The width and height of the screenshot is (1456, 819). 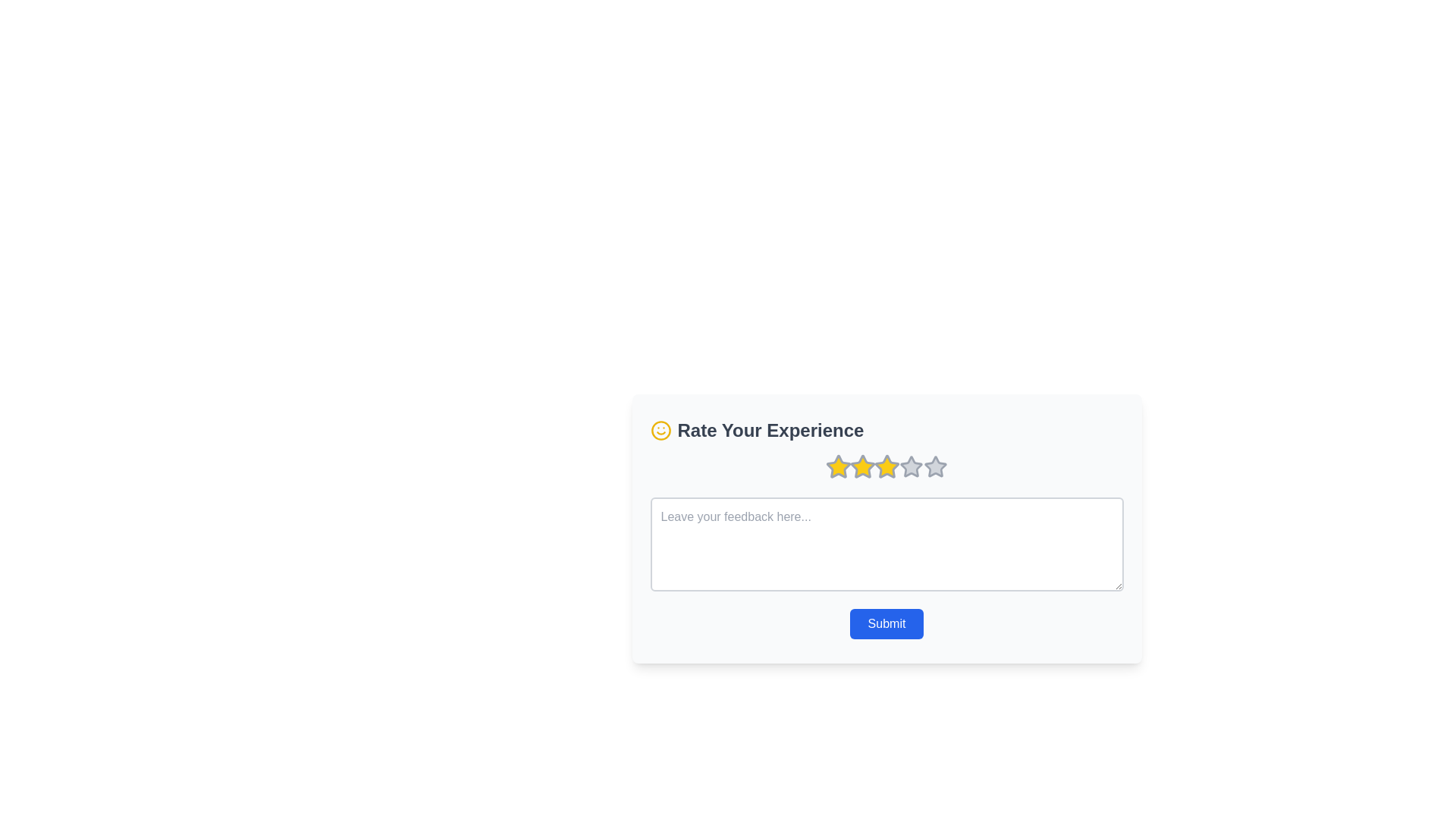 What do you see at coordinates (862, 466) in the screenshot?
I see `the second star icon from the left in the rating control` at bounding box center [862, 466].